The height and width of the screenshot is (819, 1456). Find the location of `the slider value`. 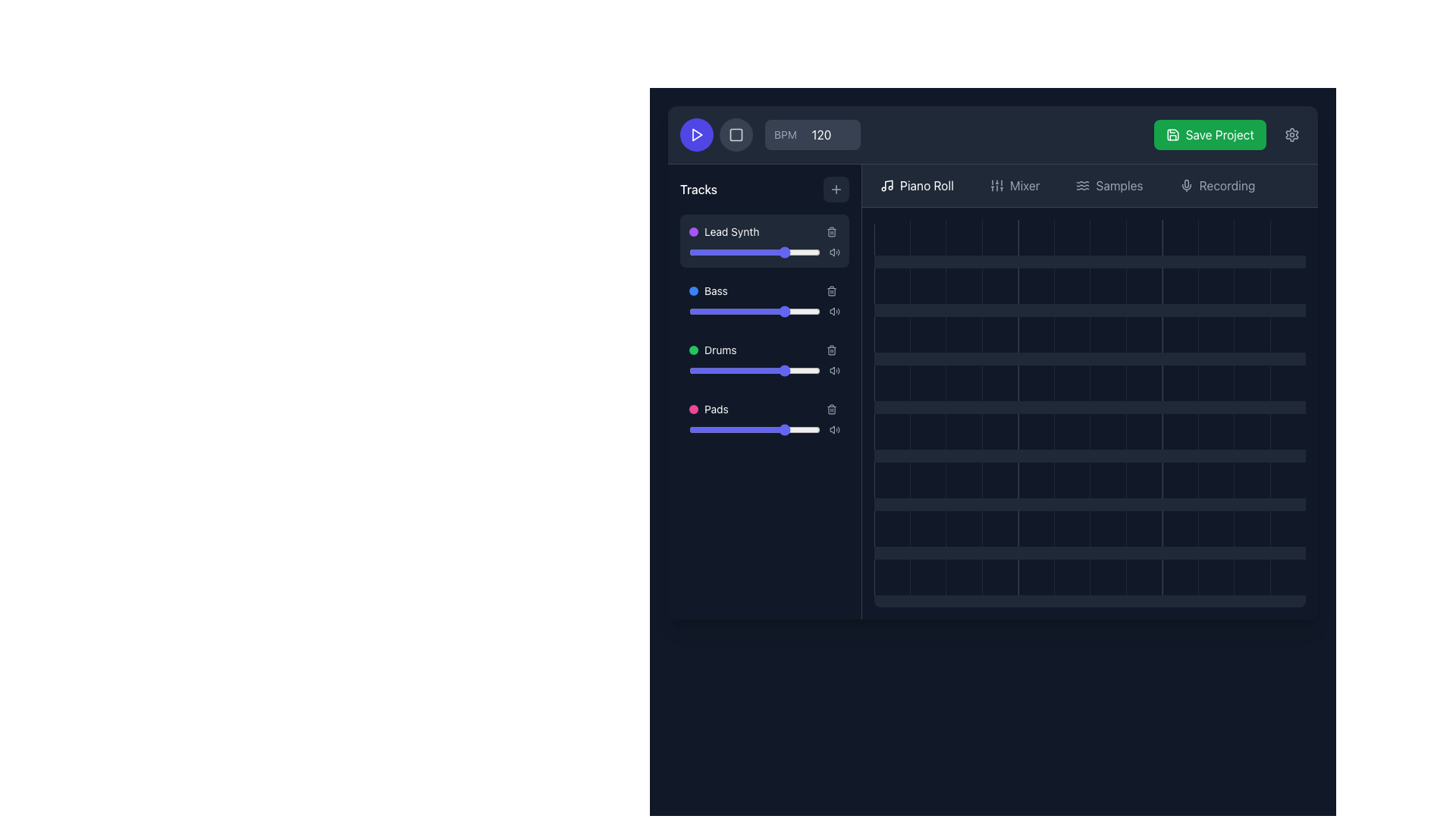

the slider value is located at coordinates (778, 251).